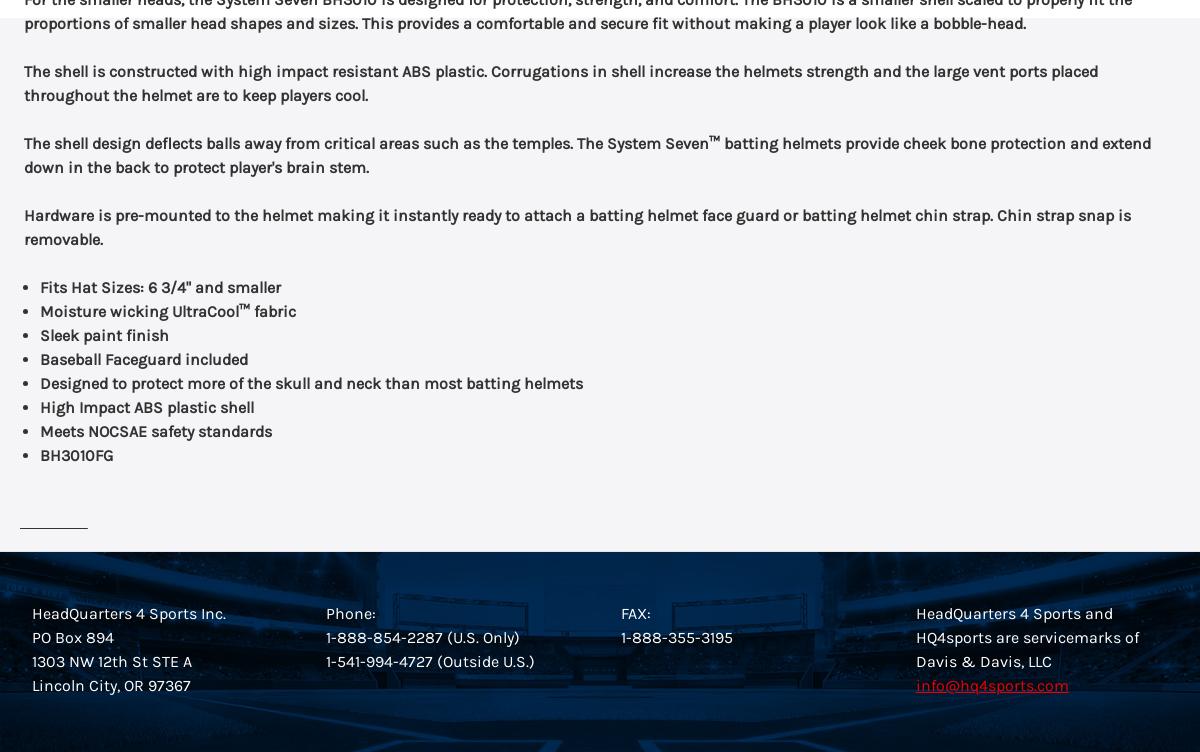 Image resolution: width=1200 pixels, height=752 pixels. What do you see at coordinates (430, 660) in the screenshot?
I see `'1-541-994-4727 (Outside U.S.)'` at bounding box center [430, 660].